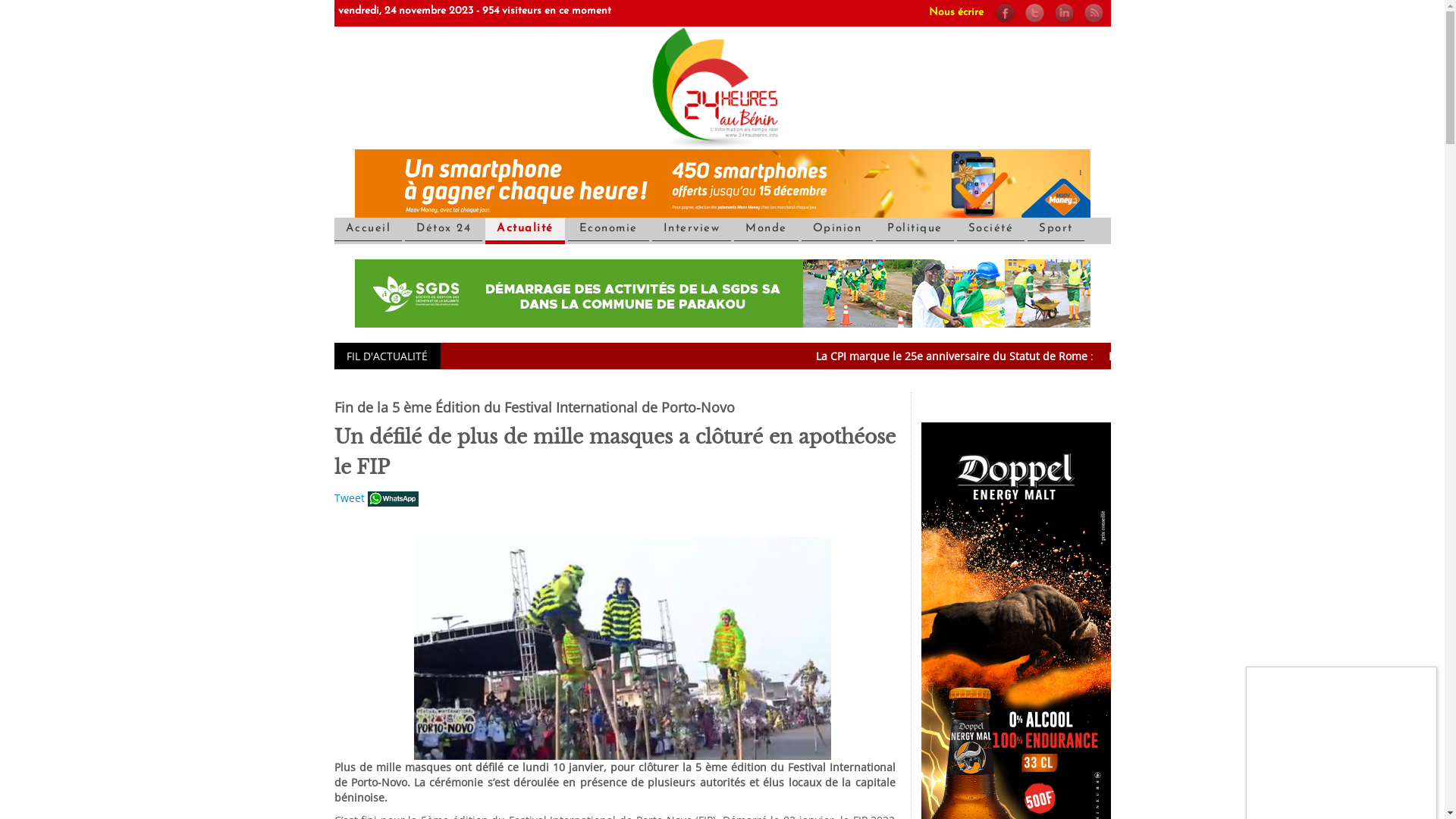  Describe the element at coordinates (734, 229) in the screenshot. I see `'Monde'` at that location.